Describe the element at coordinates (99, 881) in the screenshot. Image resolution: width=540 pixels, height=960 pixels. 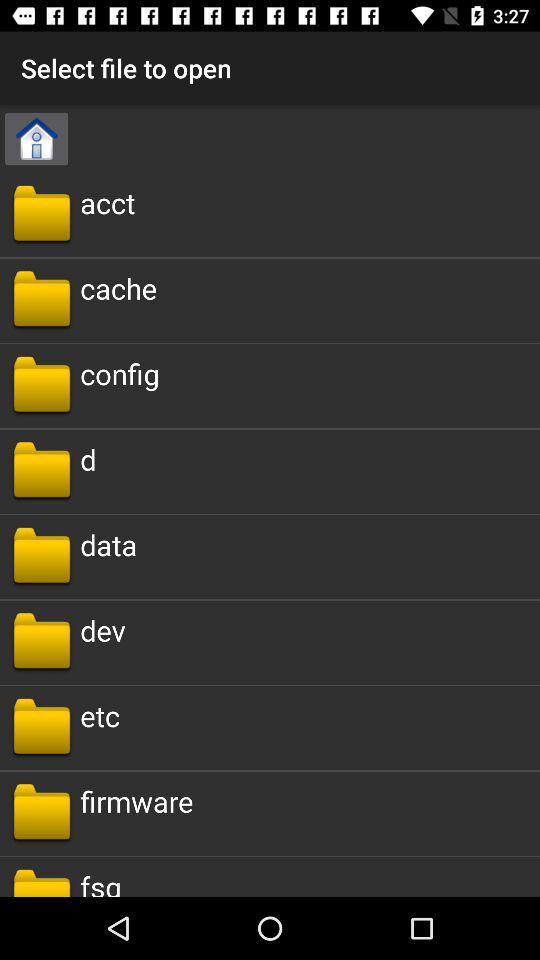
I see `the icon below firmware item` at that location.